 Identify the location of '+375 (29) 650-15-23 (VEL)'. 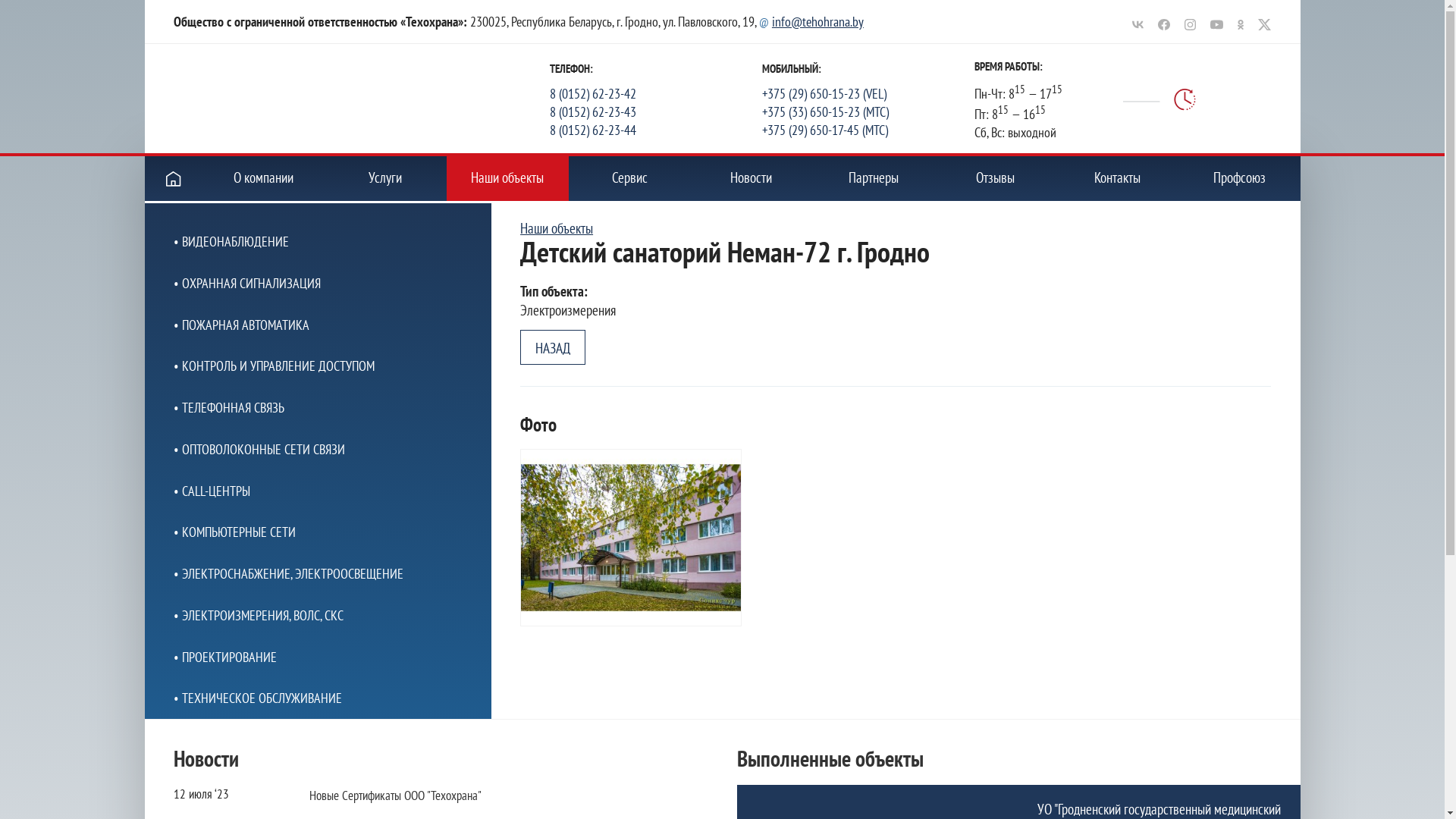
(868, 93).